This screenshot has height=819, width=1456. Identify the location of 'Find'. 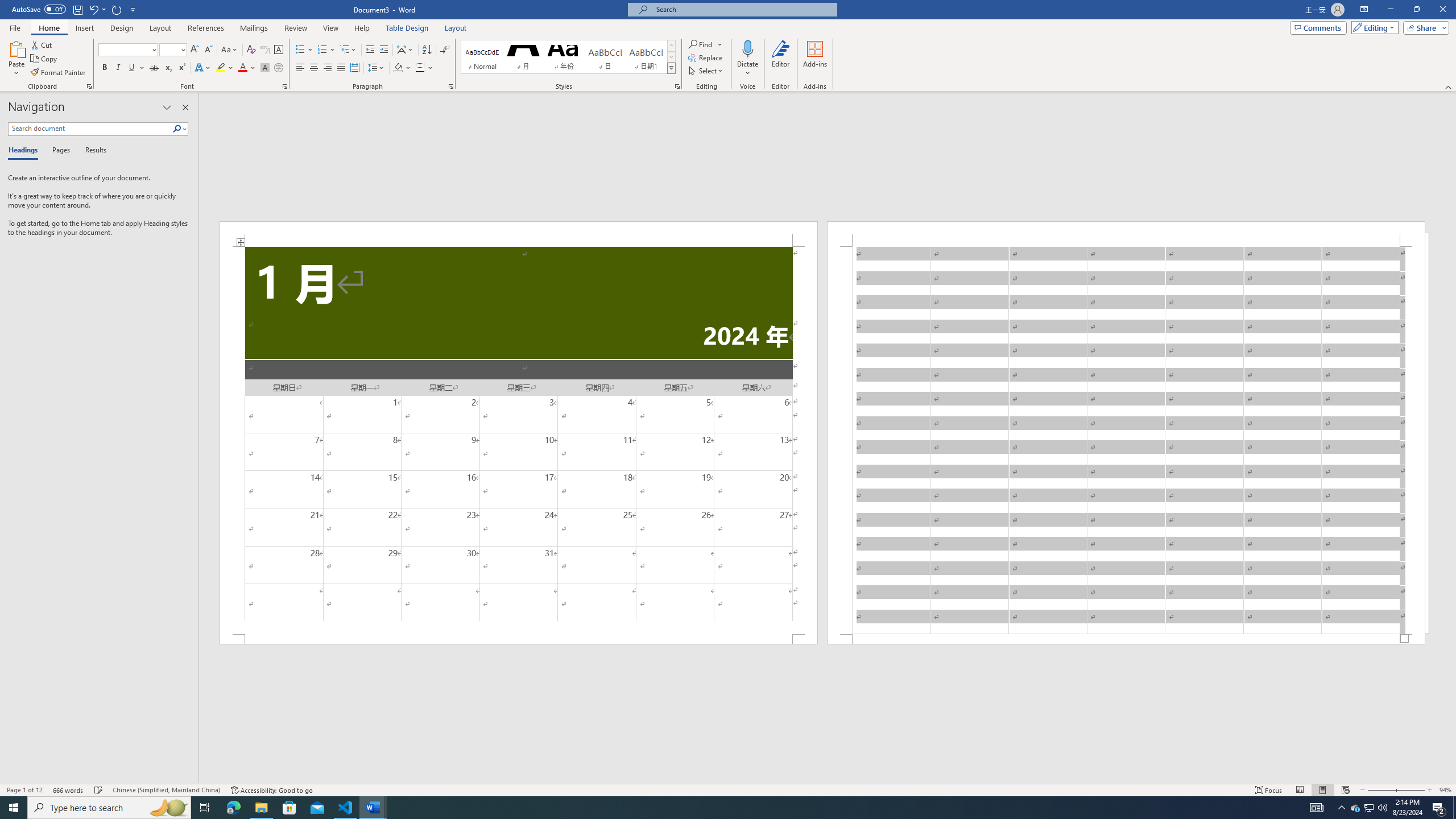
(700, 44).